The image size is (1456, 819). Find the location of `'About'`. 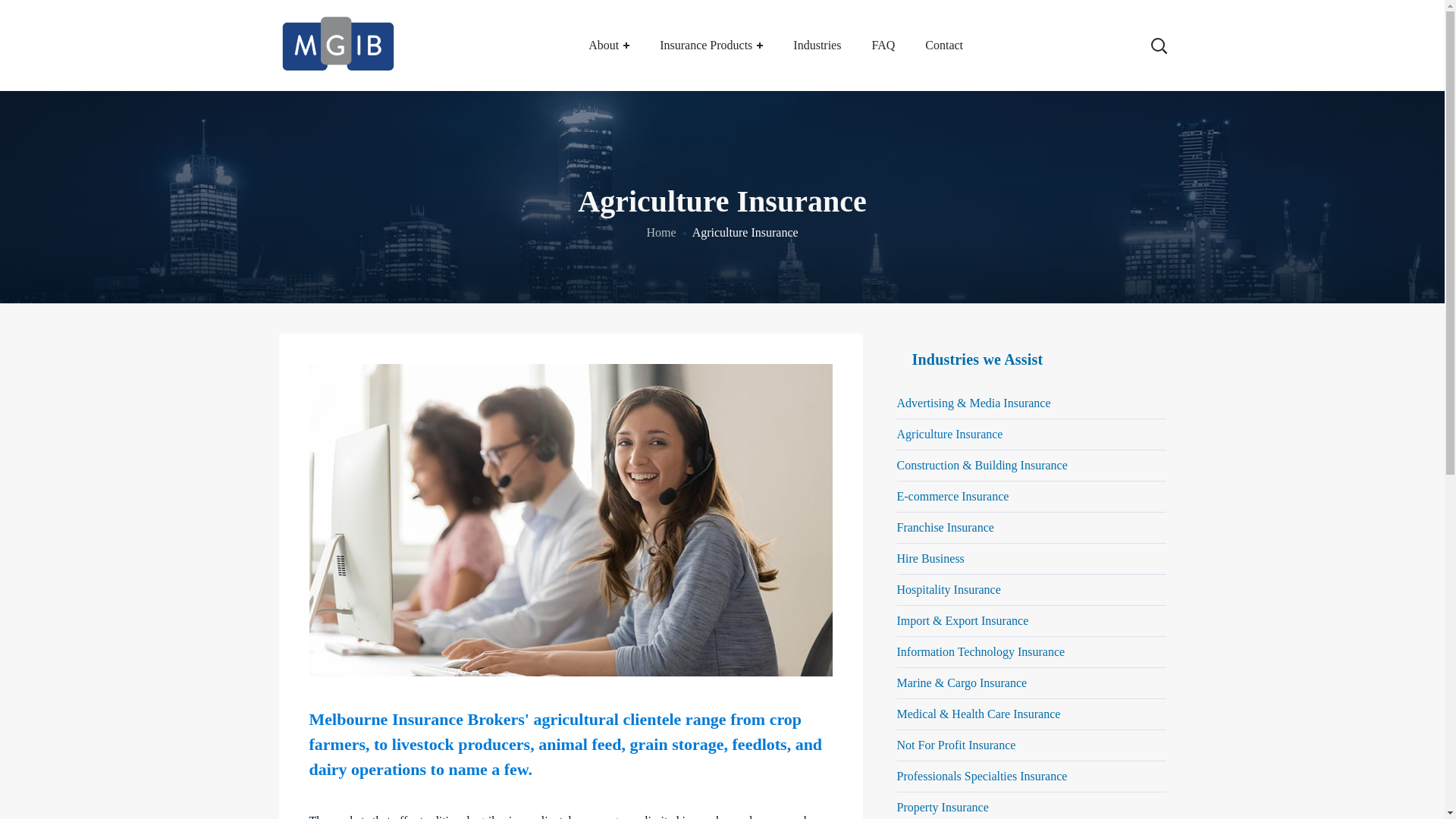

'About' is located at coordinates (608, 45).